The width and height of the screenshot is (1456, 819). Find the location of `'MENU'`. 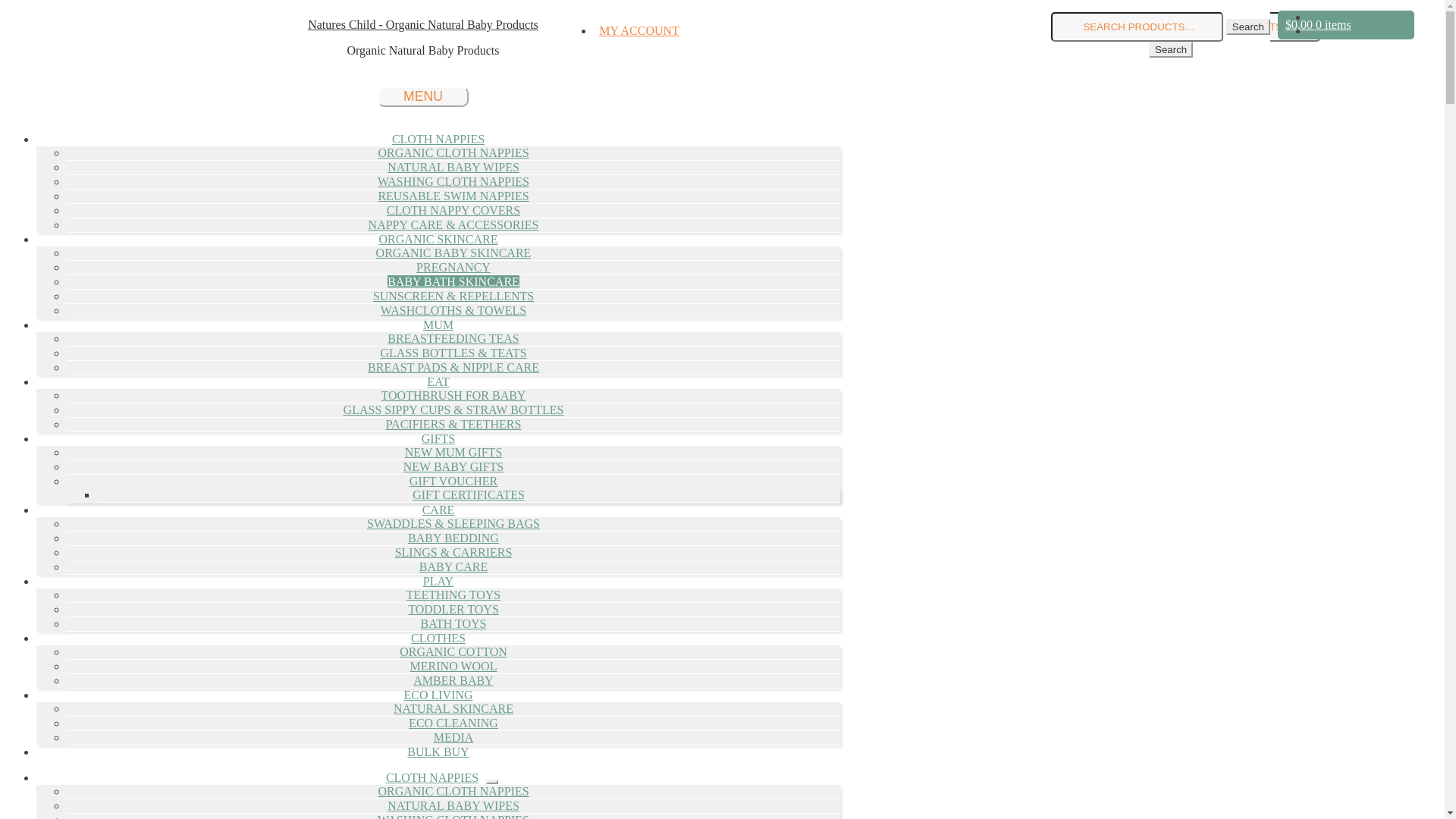

'MENU' is located at coordinates (422, 96).